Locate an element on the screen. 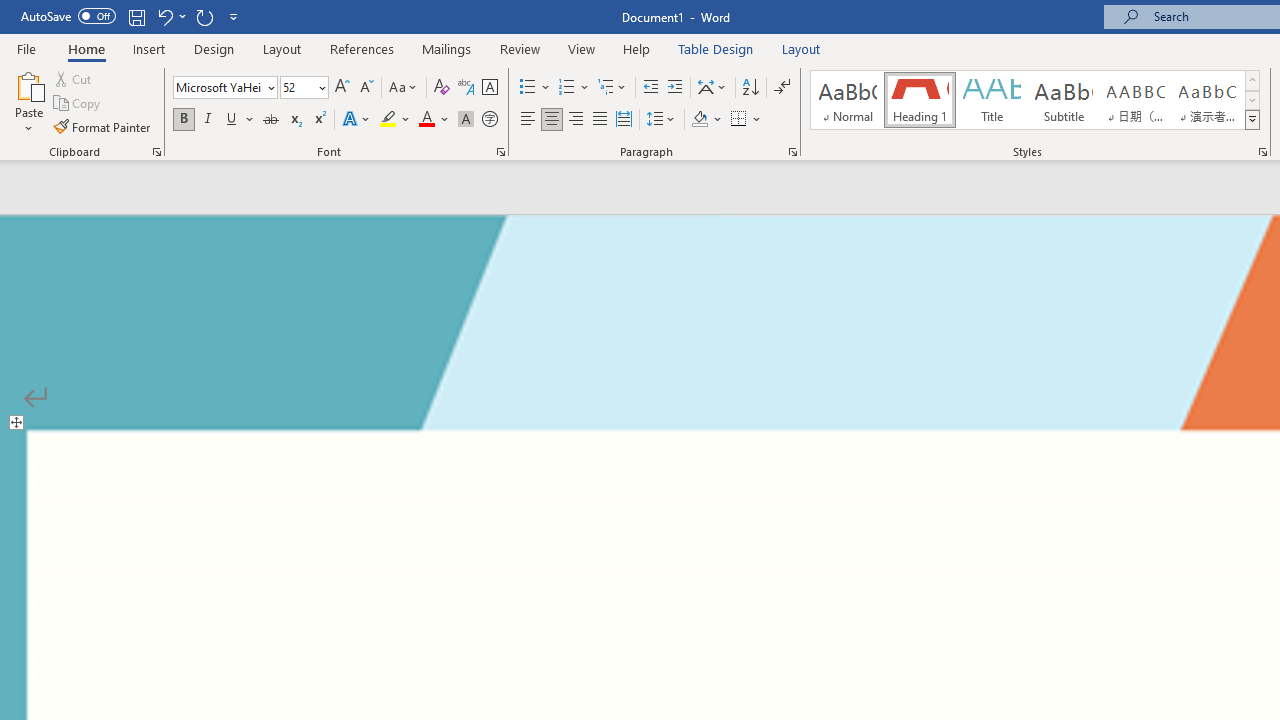  'Align Right' is located at coordinates (575, 119).